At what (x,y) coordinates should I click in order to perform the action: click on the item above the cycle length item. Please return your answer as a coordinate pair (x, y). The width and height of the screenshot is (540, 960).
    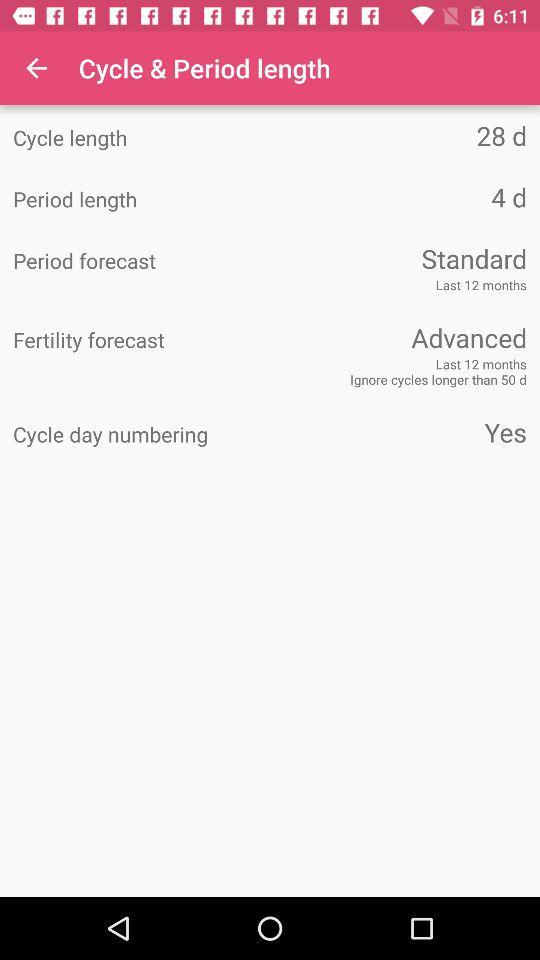
    Looking at the image, I should click on (36, 68).